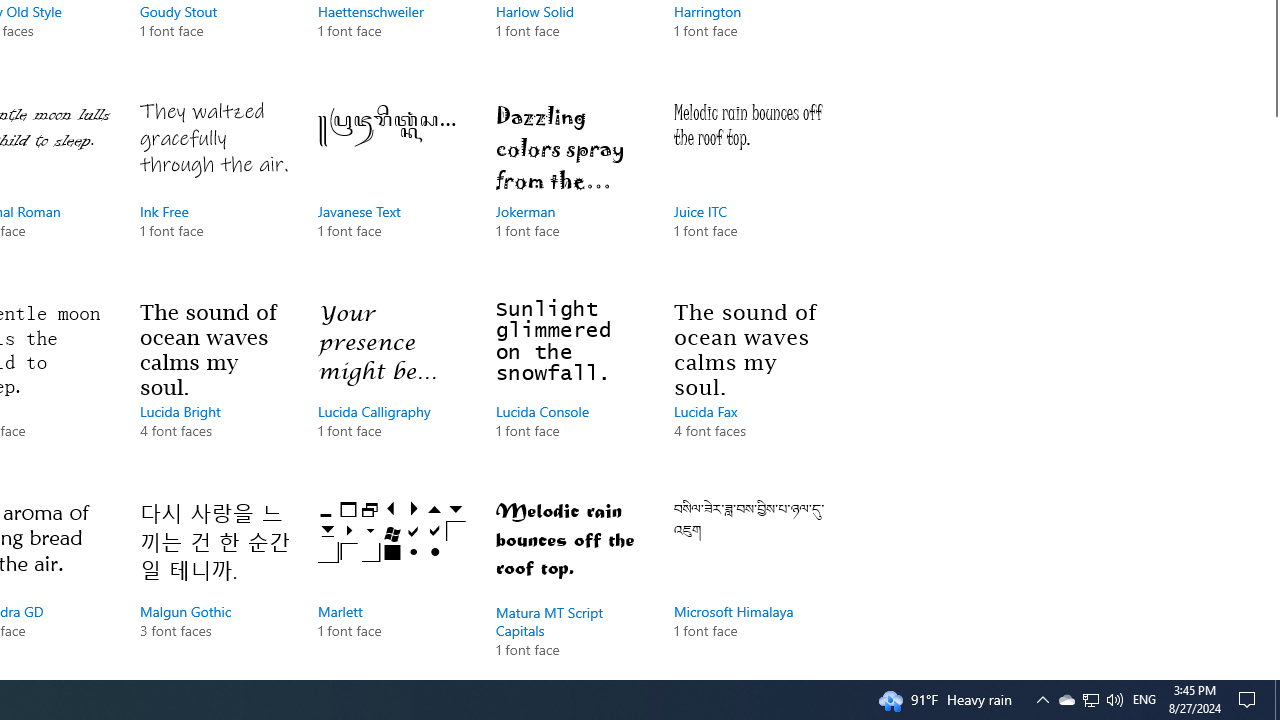 This screenshot has width=1280, height=720. What do you see at coordinates (1113, 698) in the screenshot?
I see `'Q2790: 100%'` at bounding box center [1113, 698].